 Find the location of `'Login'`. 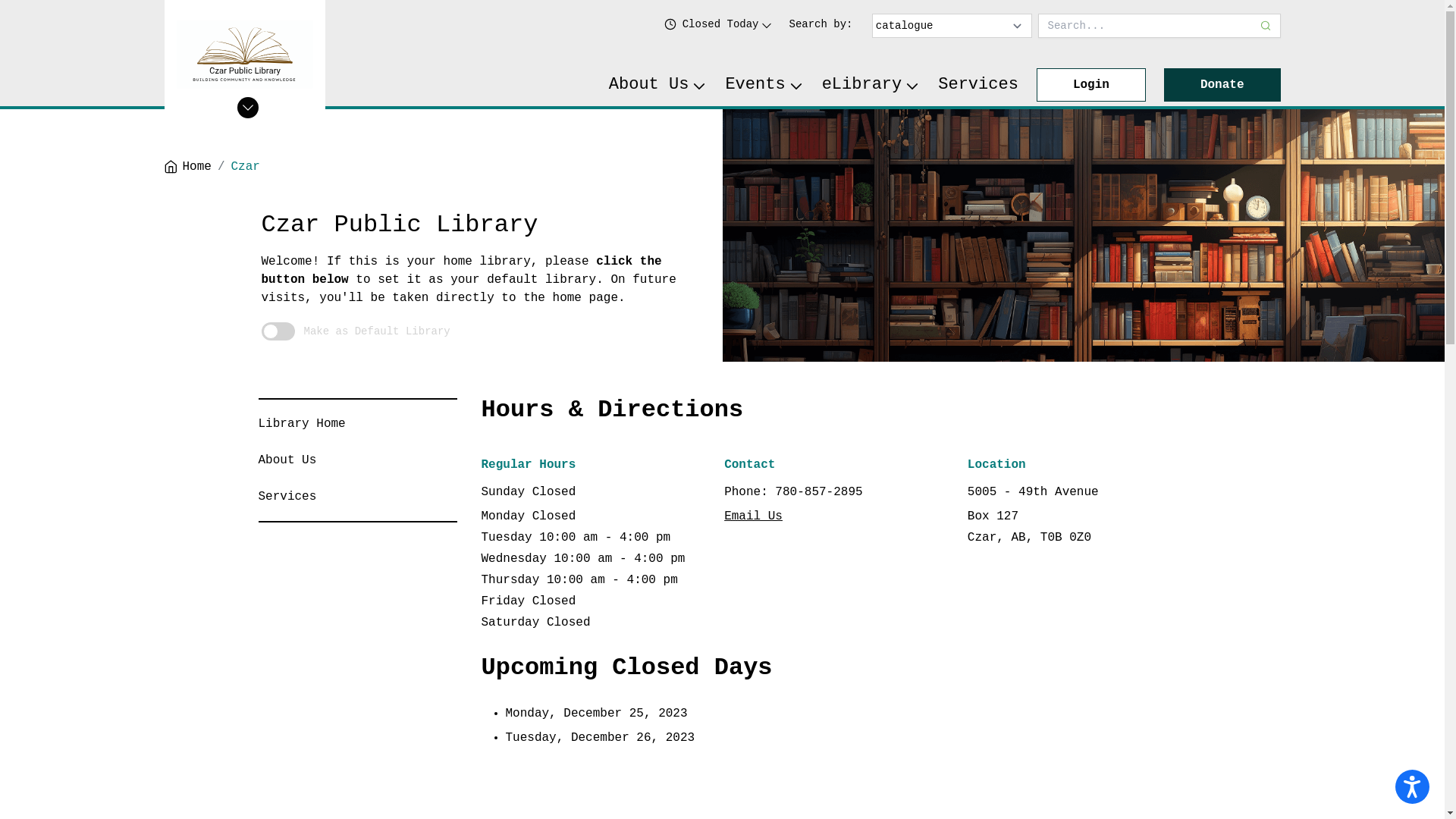

'Login' is located at coordinates (1090, 84).